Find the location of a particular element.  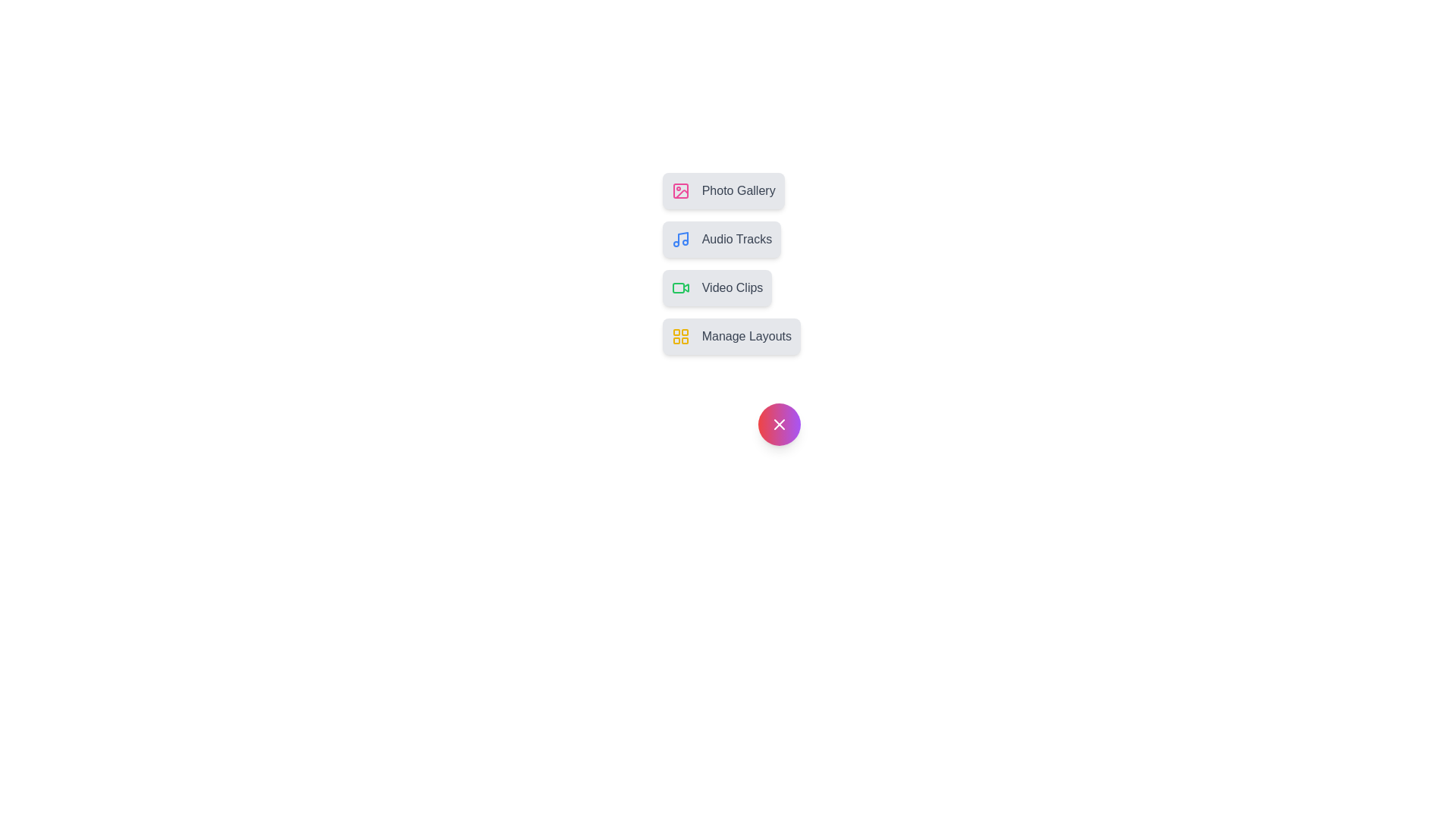

the 'Manage Layouts' button located at the bottom of a vertical list of four buttons, which includes 'Photo Gallery,' 'Audio Tracks,' and 'Video Clips.' is located at coordinates (731, 335).